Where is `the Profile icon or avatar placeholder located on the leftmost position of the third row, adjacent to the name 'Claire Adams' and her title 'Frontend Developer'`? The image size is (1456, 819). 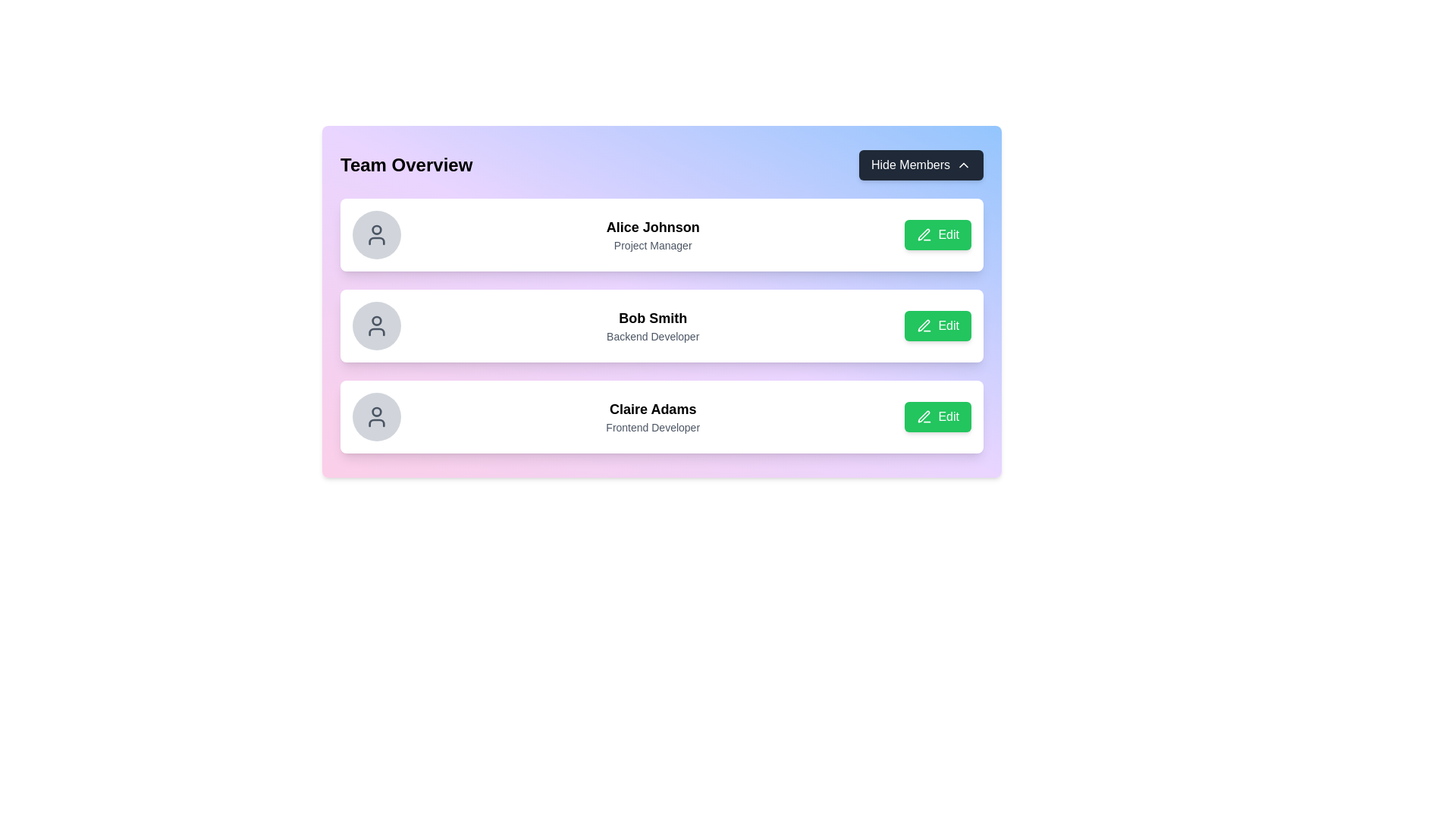 the Profile icon or avatar placeholder located on the leftmost position of the third row, adjacent to the name 'Claire Adams' and her title 'Frontend Developer' is located at coordinates (377, 417).